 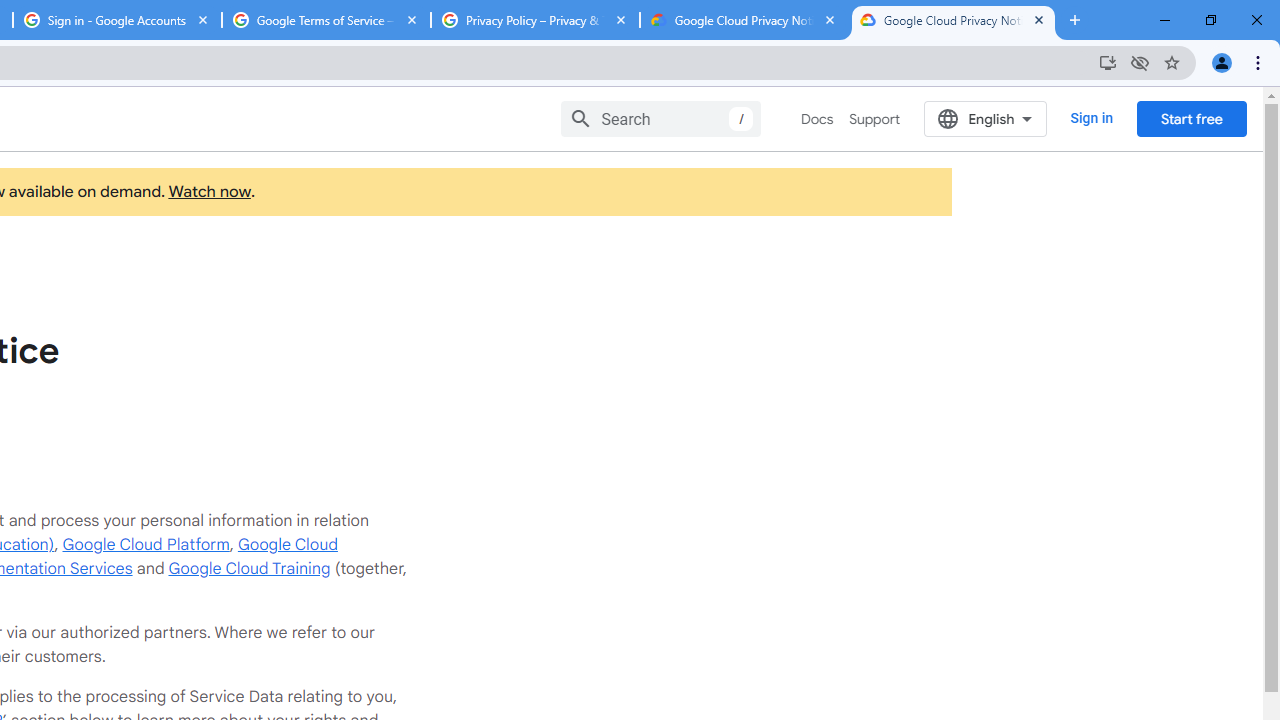 I want to click on 'Google Cloud Privacy Notice', so click(x=952, y=20).